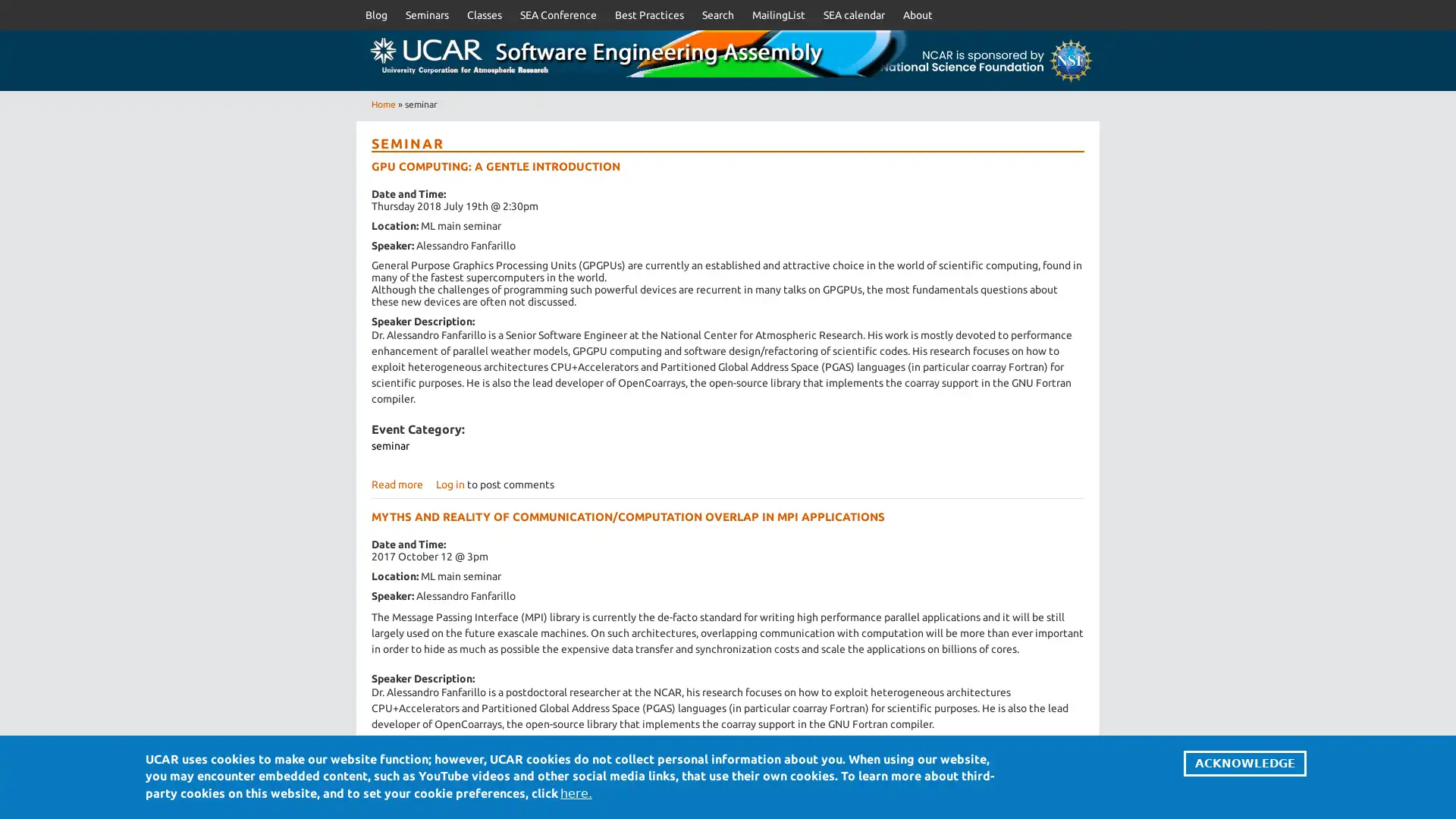 The height and width of the screenshot is (819, 1456). I want to click on here., so click(575, 792).